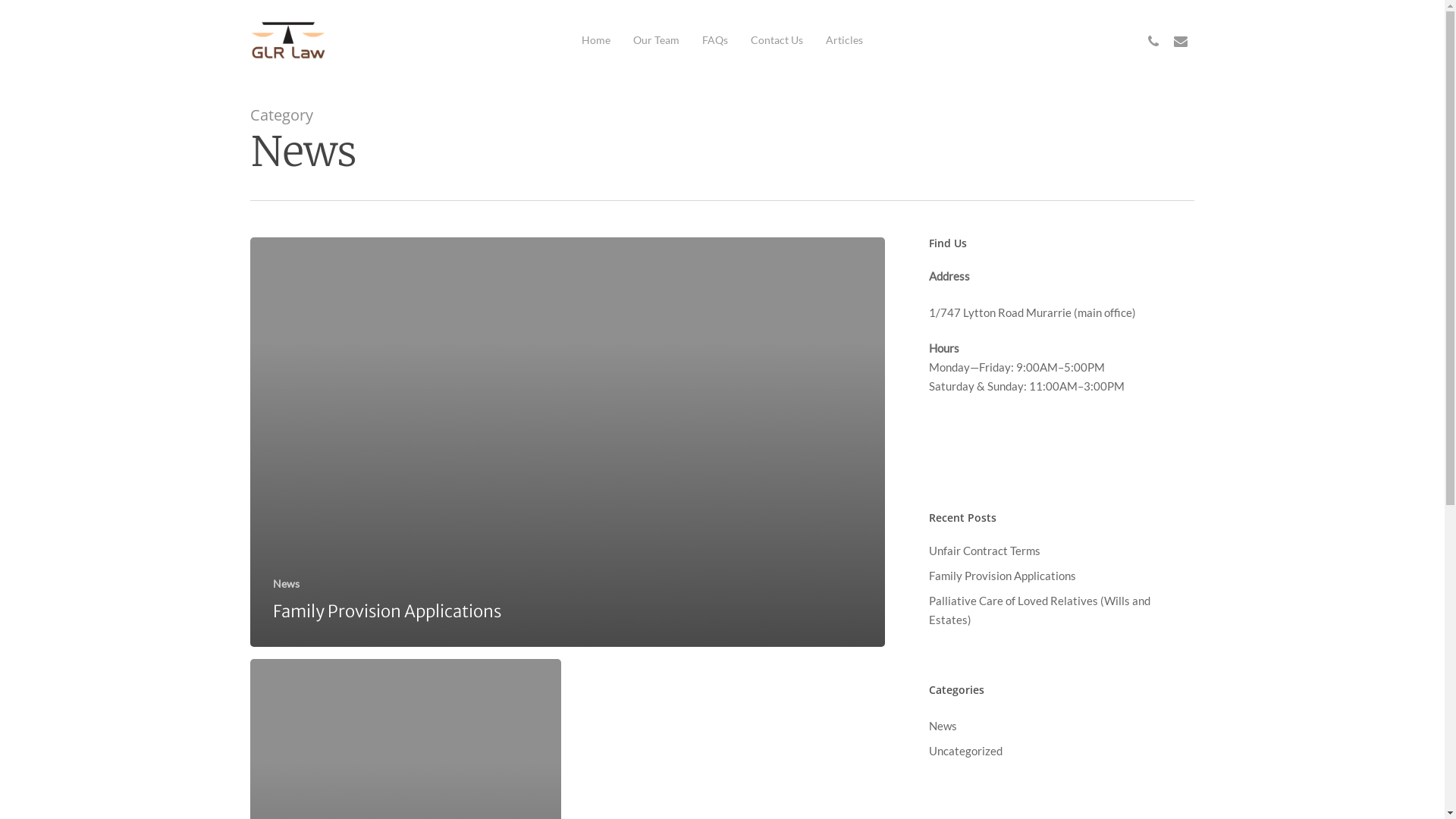  I want to click on 'Home', so click(595, 39).